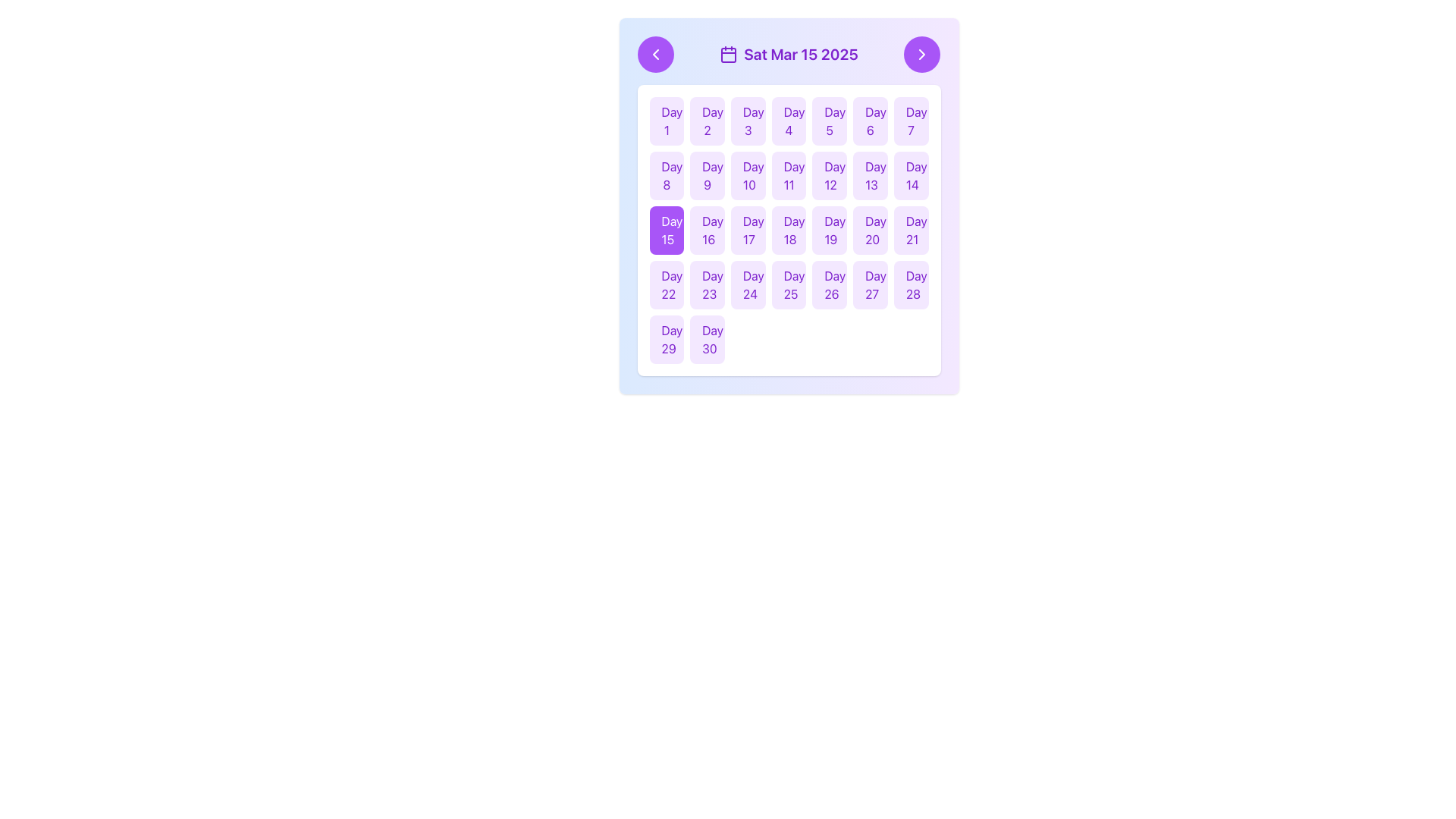 The image size is (1456, 819). I want to click on the button labeled 'Day 6', which has a light purple background and is positioned in the first row, sixth column of the grid layout, so click(870, 120).